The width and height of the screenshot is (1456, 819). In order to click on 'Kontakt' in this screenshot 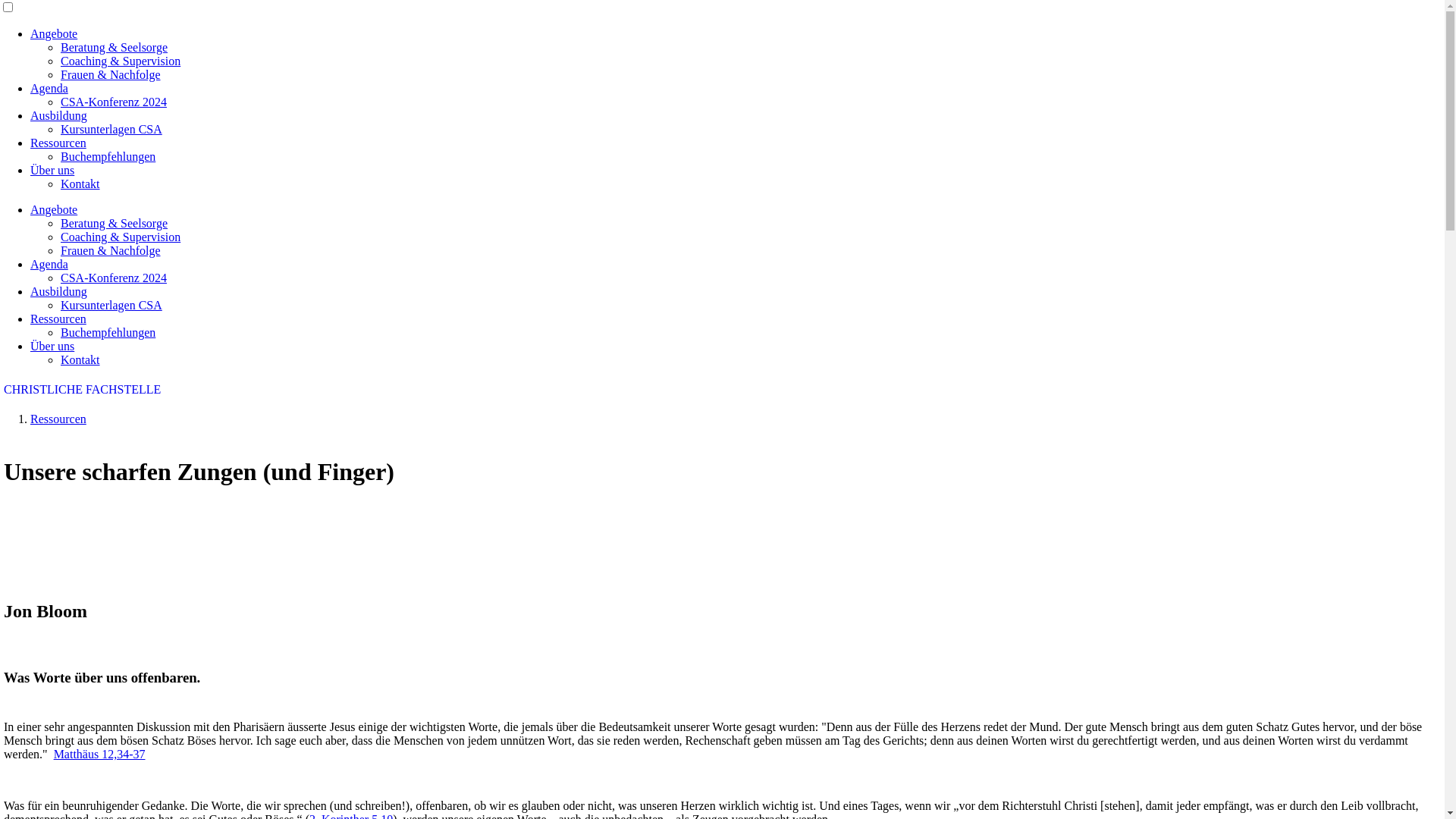, I will do `click(79, 183)`.